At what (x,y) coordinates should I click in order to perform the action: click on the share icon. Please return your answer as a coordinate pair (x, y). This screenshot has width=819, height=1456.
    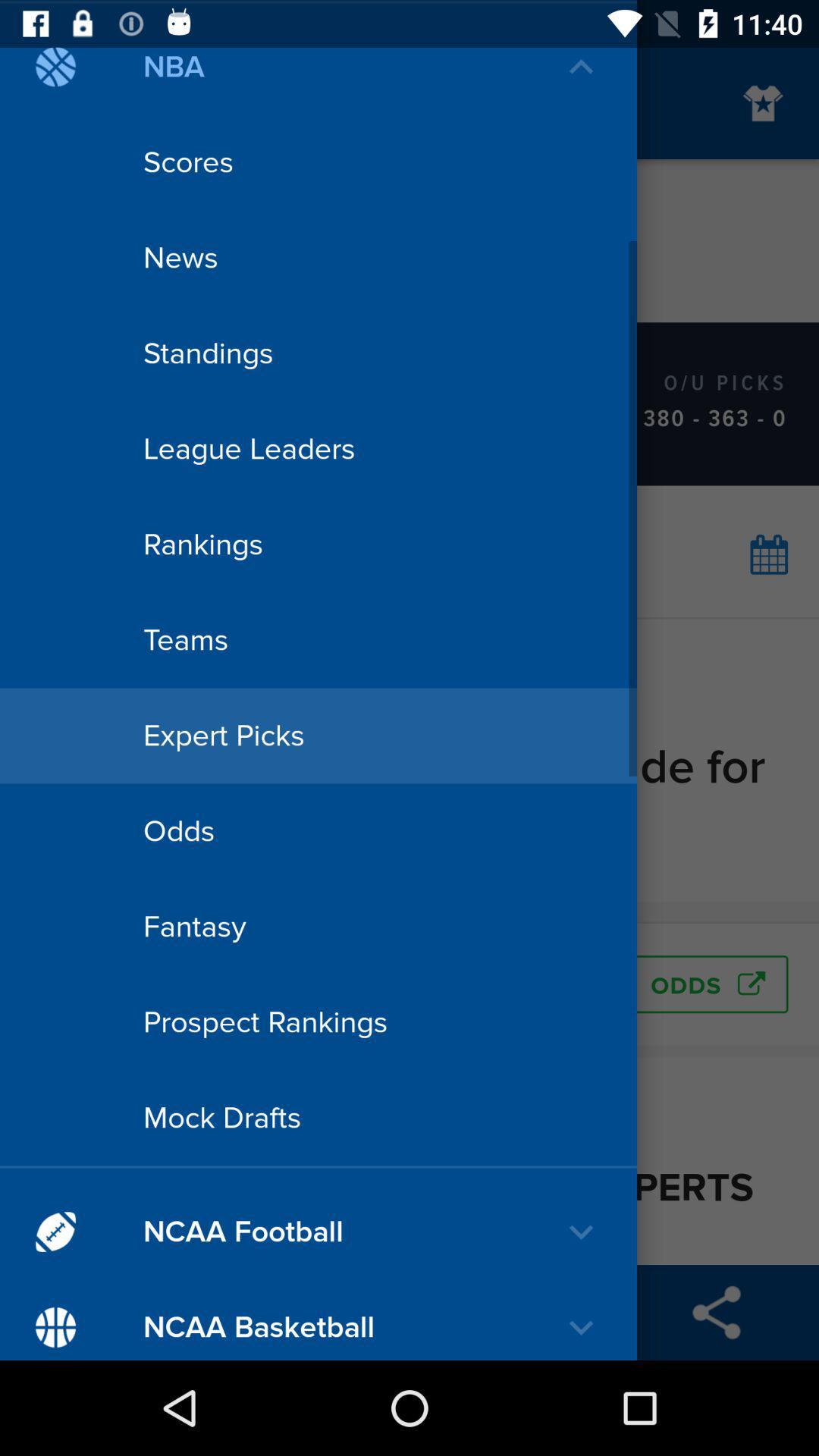
    Looking at the image, I should click on (717, 1312).